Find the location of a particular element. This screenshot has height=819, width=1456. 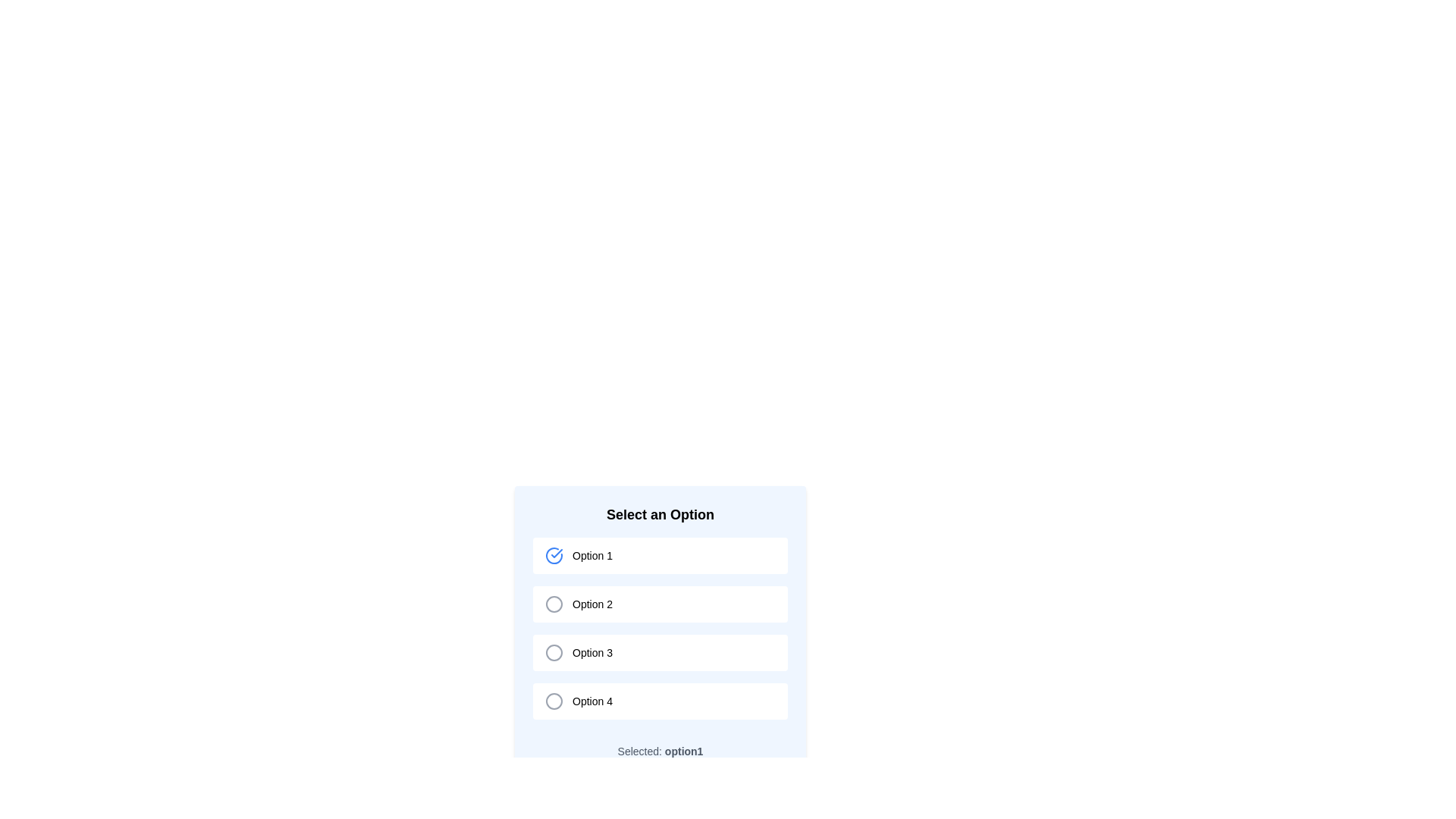

the circular radio button indicator for option 2 in the selection dialog is located at coordinates (553, 604).